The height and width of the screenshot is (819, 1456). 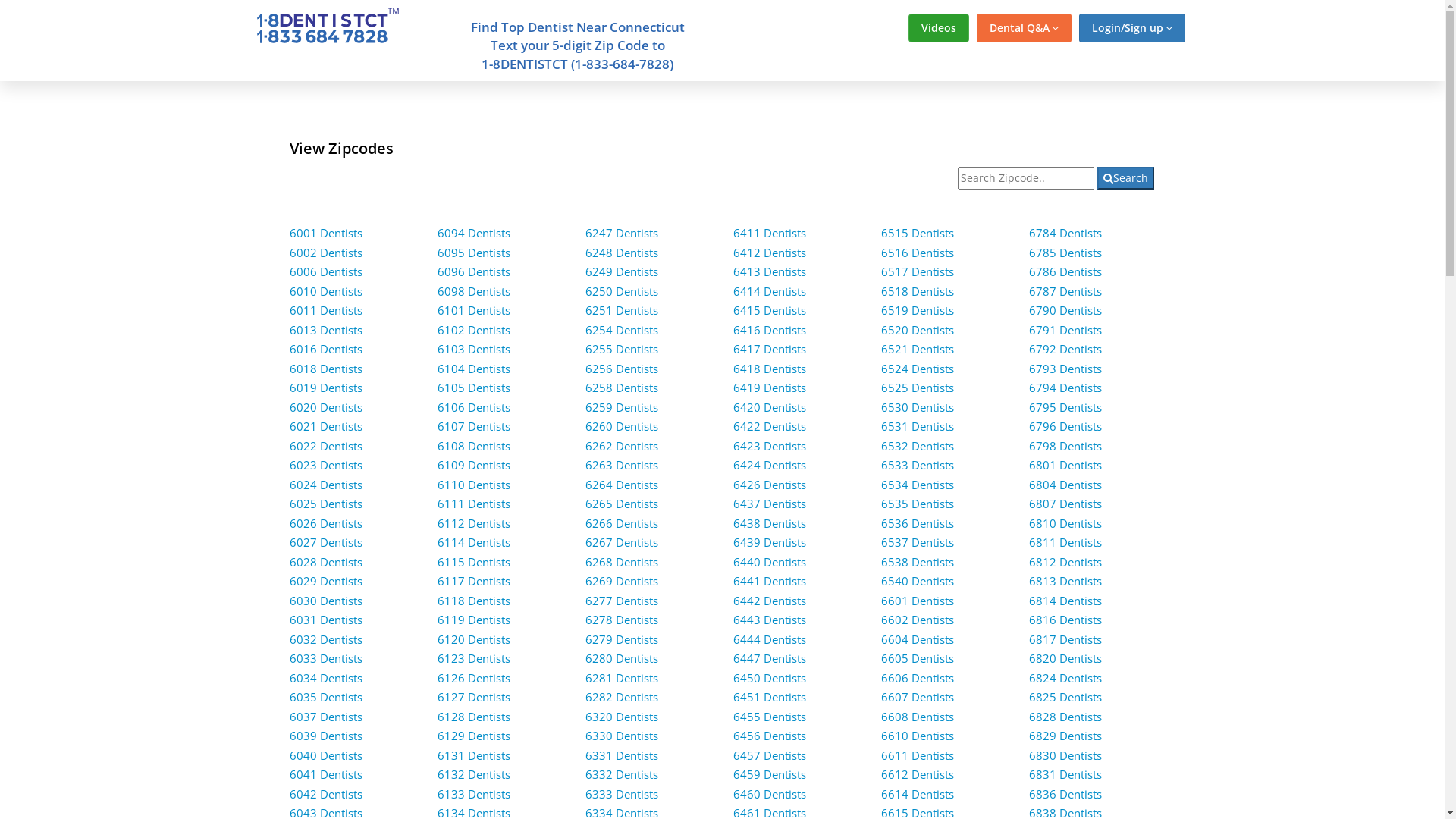 I want to click on '6423 Dentists', so click(x=769, y=444).